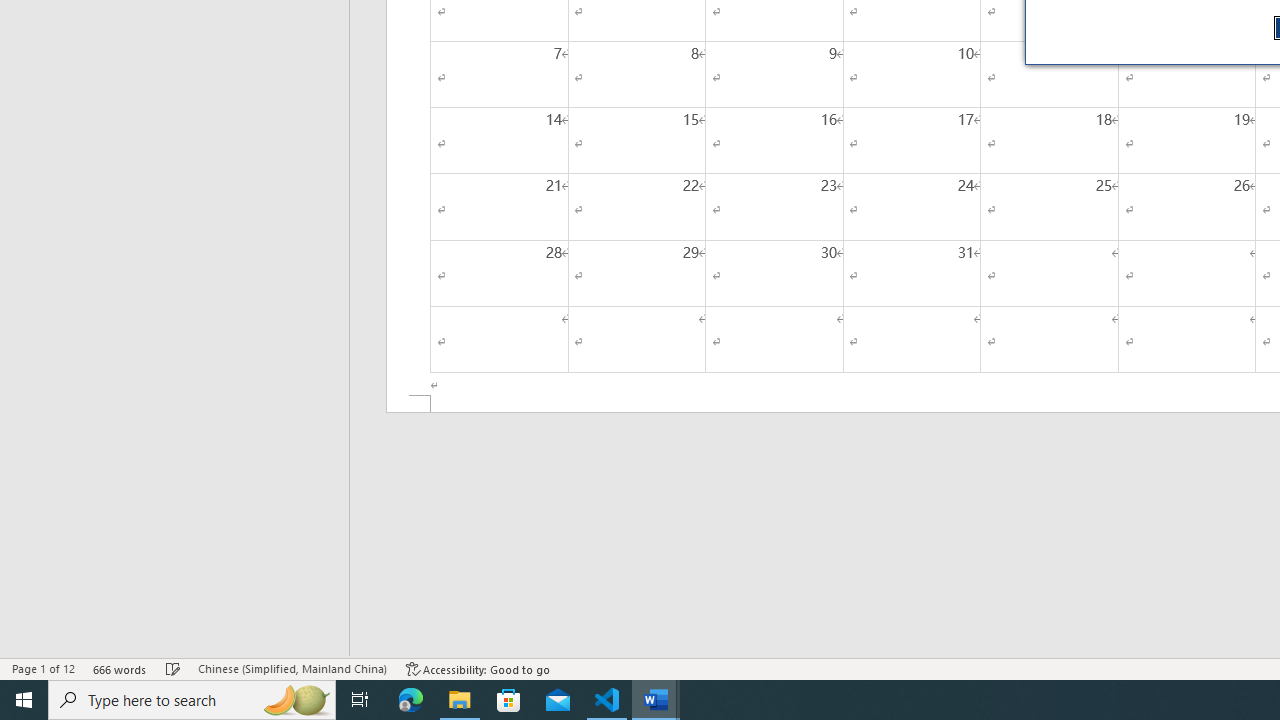  Describe the element at coordinates (410, 698) in the screenshot. I see `'Microsoft Edge'` at that location.